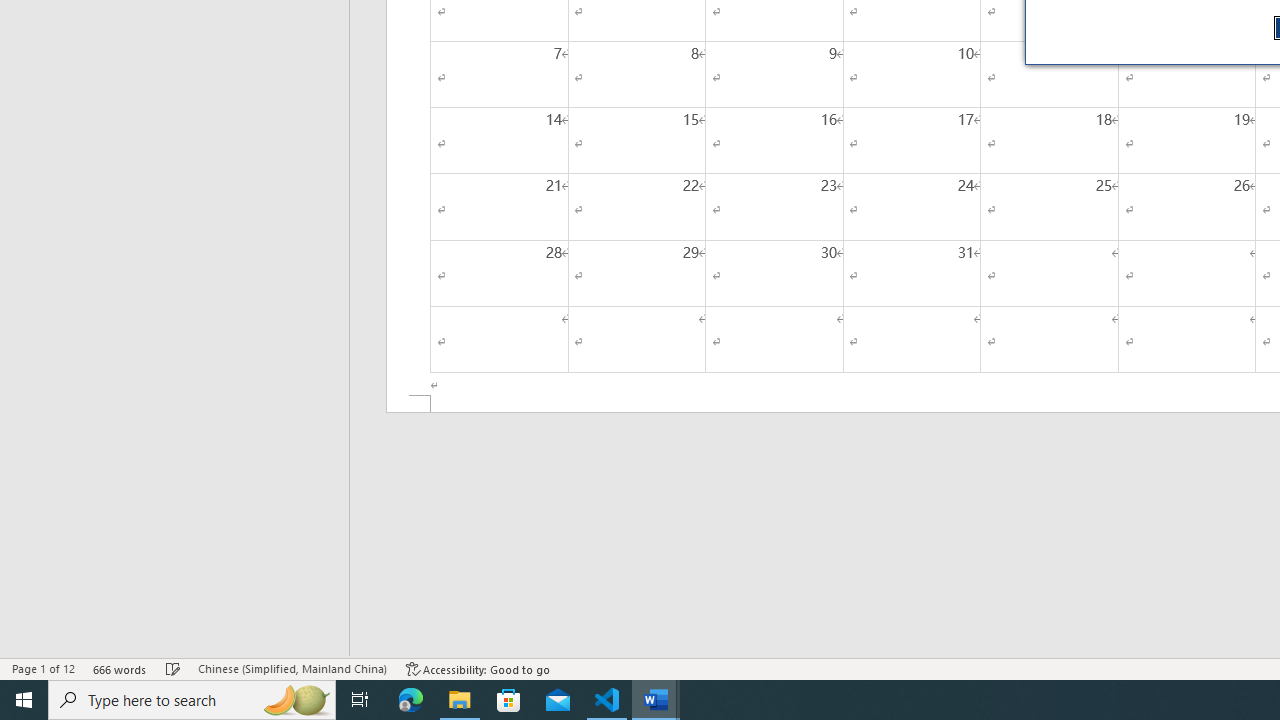  Describe the element at coordinates (410, 698) in the screenshot. I see `'Microsoft Edge'` at that location.